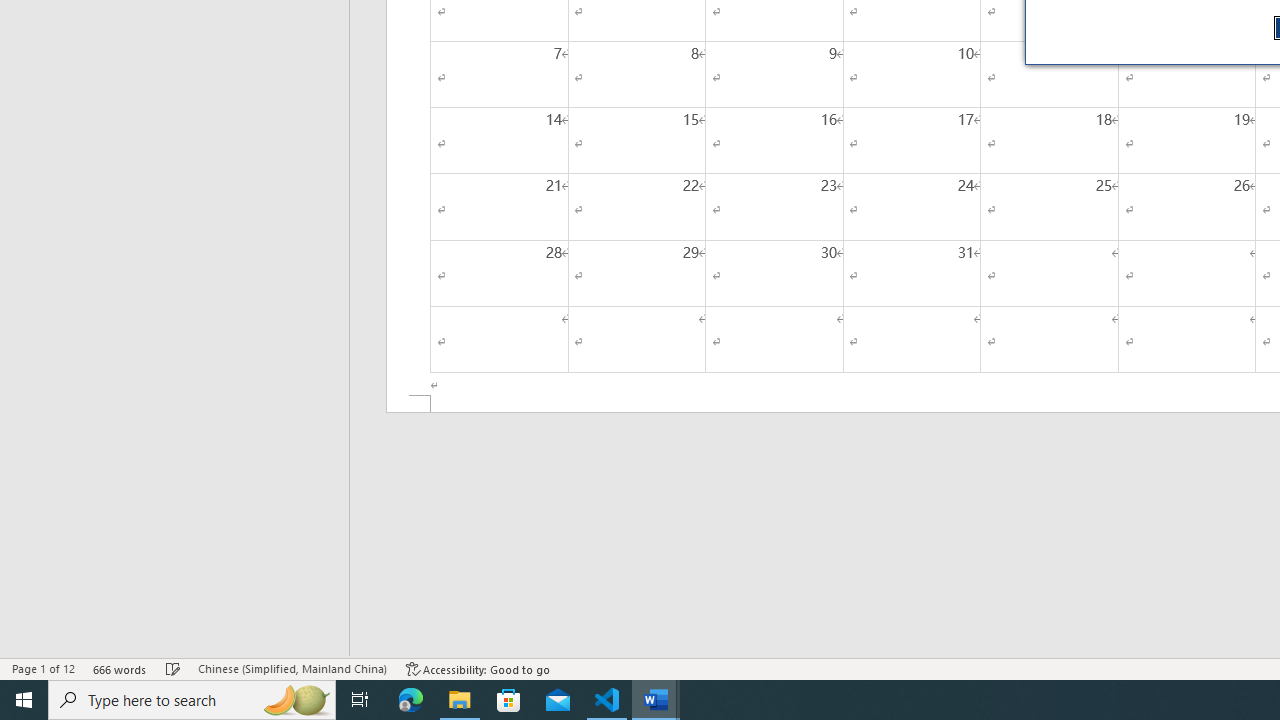  Describe the element at coordinates (410, 698) in the screenshot. I see `'Microsoft Edge'` at that location.